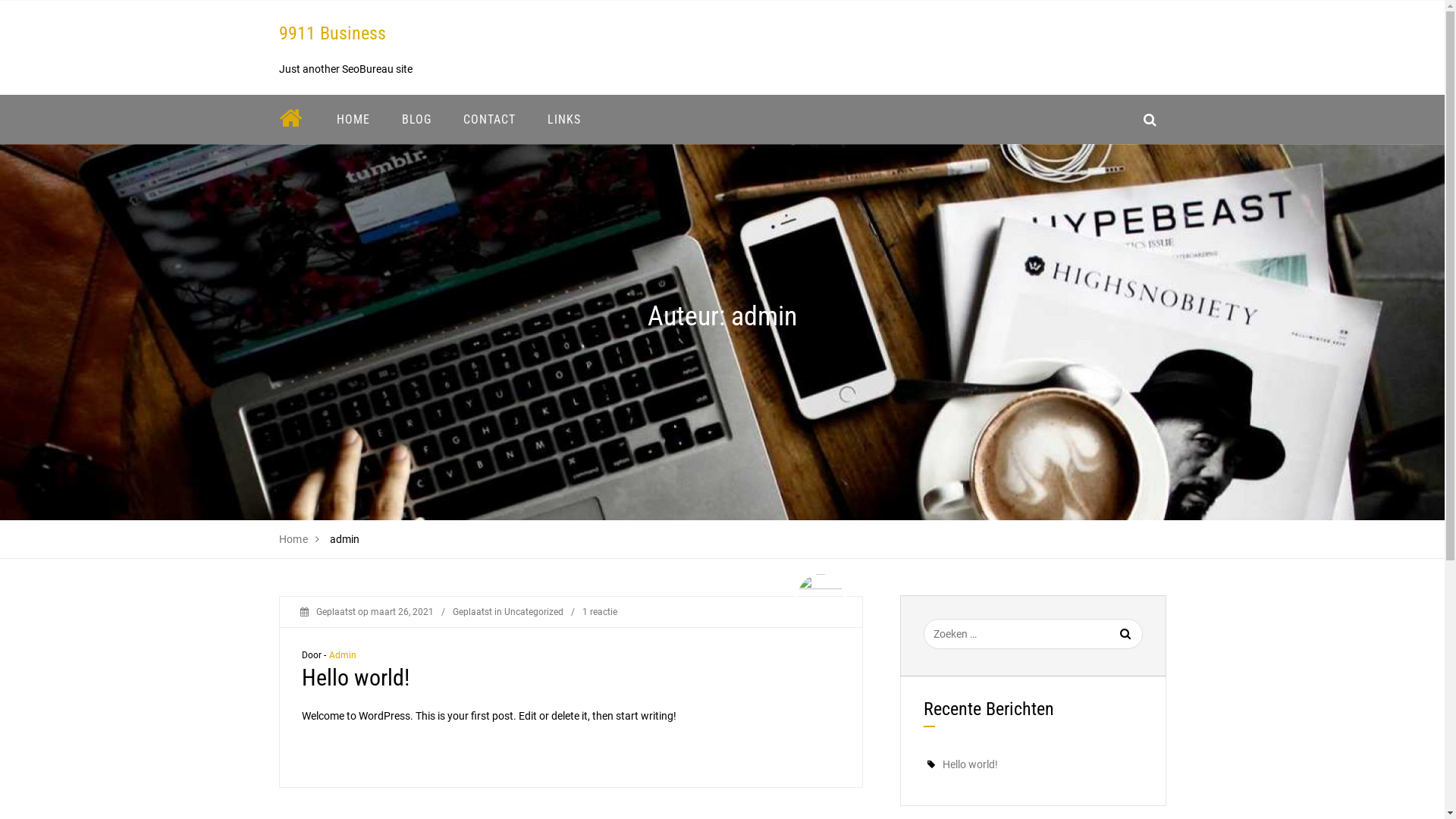 This screenshot has width=1456, height=819. Describe the element at coordinates (489, 118) in the screenshot. I see `'CONTACT'` at that location.